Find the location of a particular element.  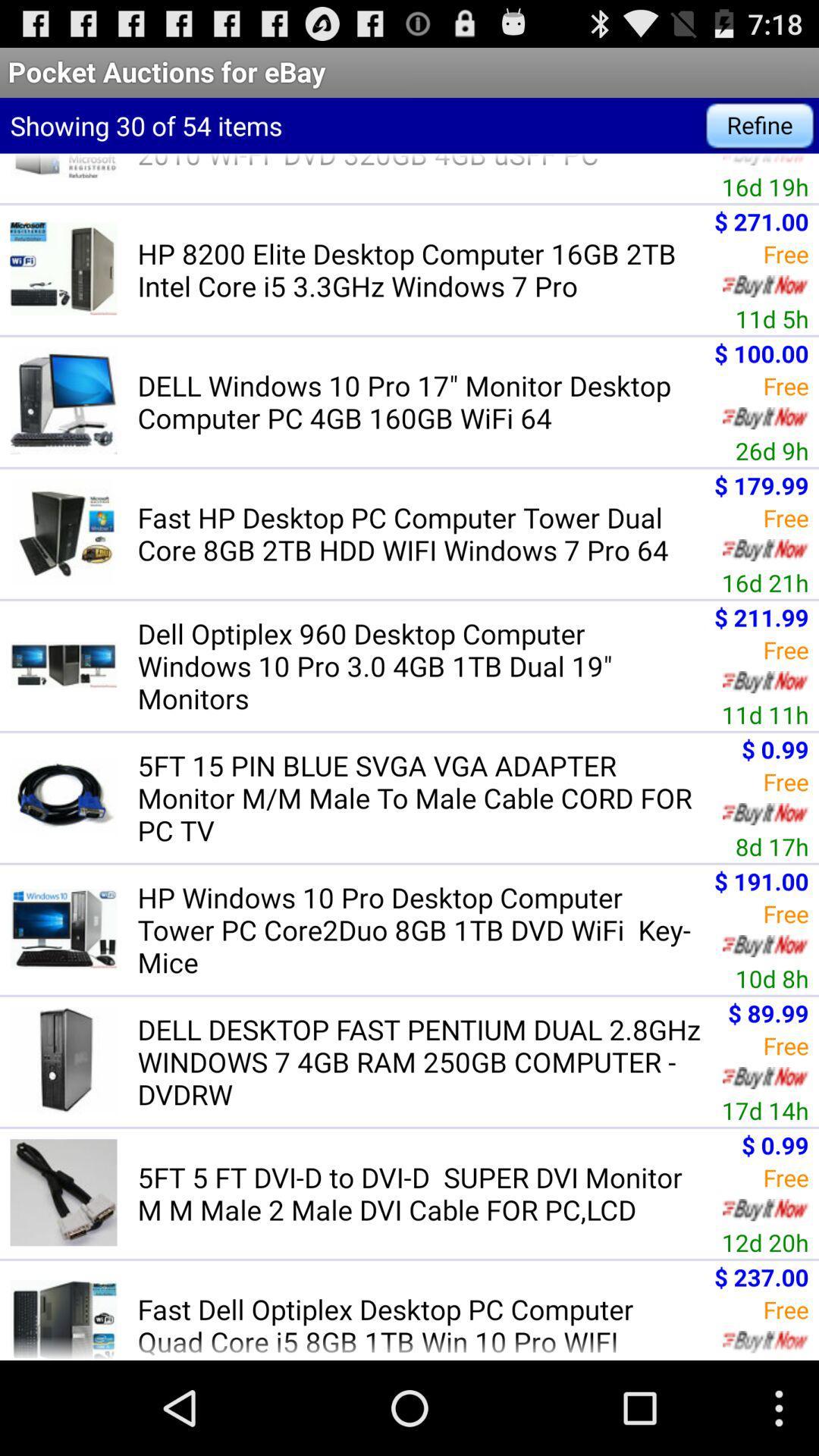

the item below the 11d 11h icon is located at coordinates (425, 797).